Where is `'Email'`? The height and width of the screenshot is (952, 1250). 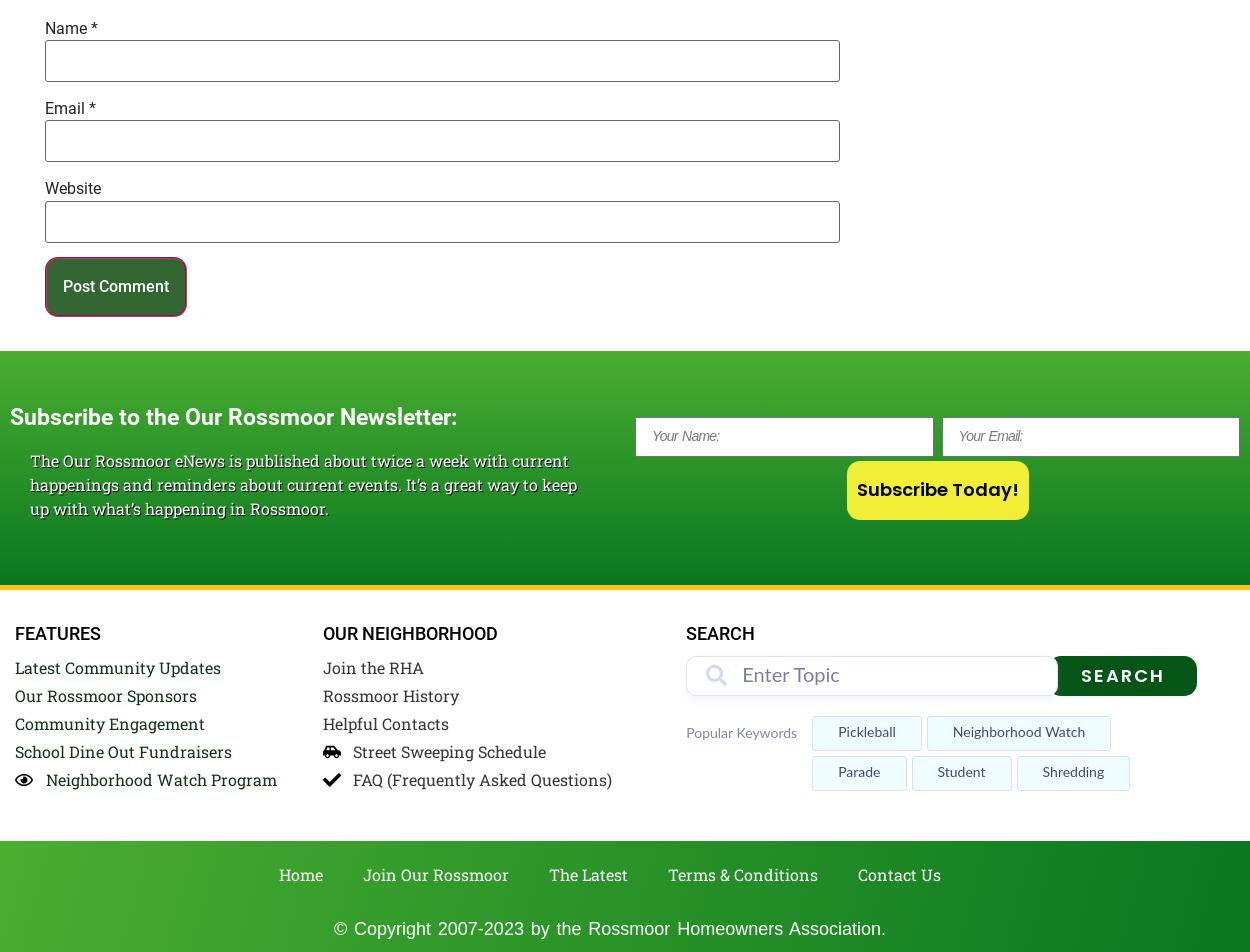 'Email' is located at coordinates (66, 107).